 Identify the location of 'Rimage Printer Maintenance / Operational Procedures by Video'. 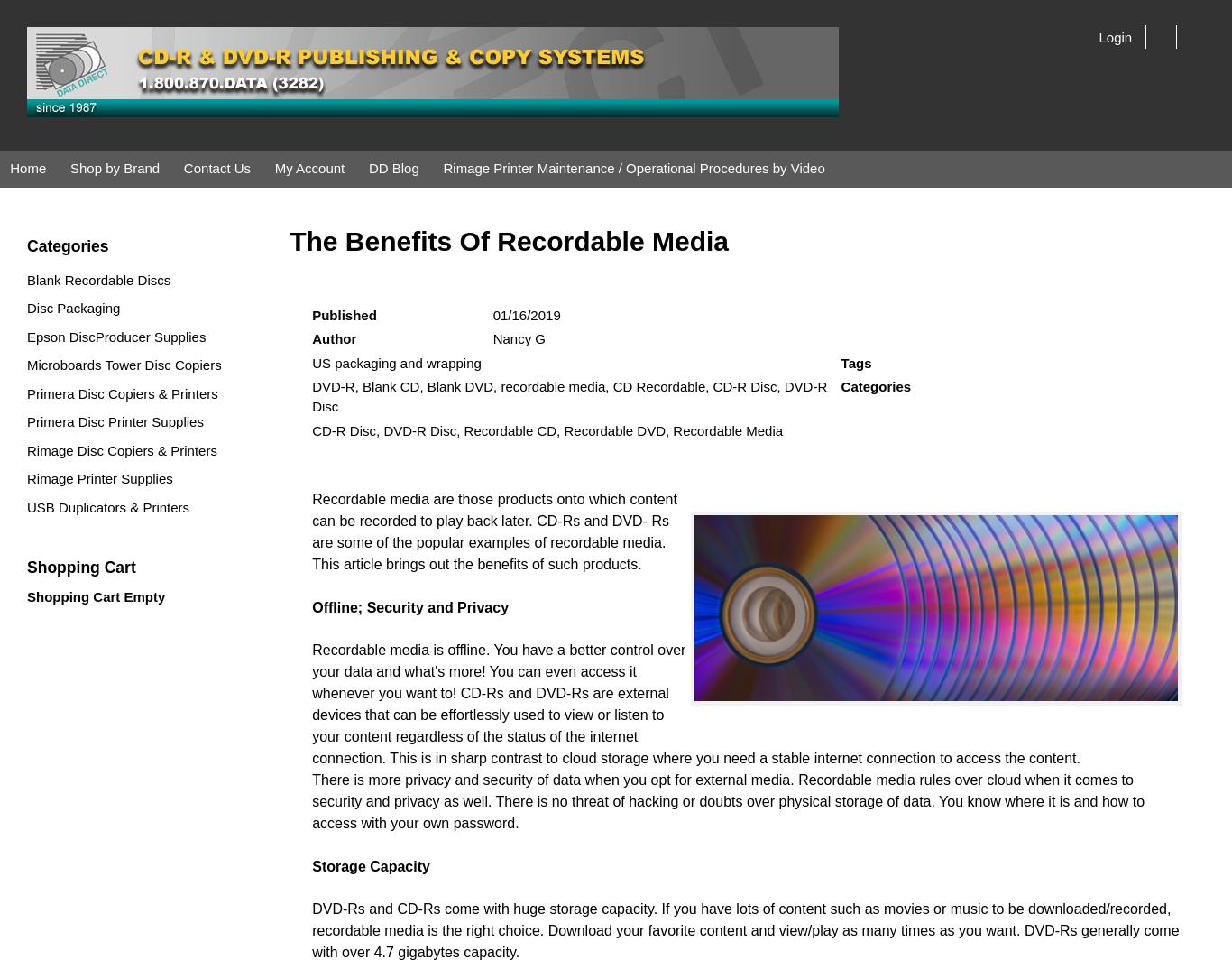
(633, 168).